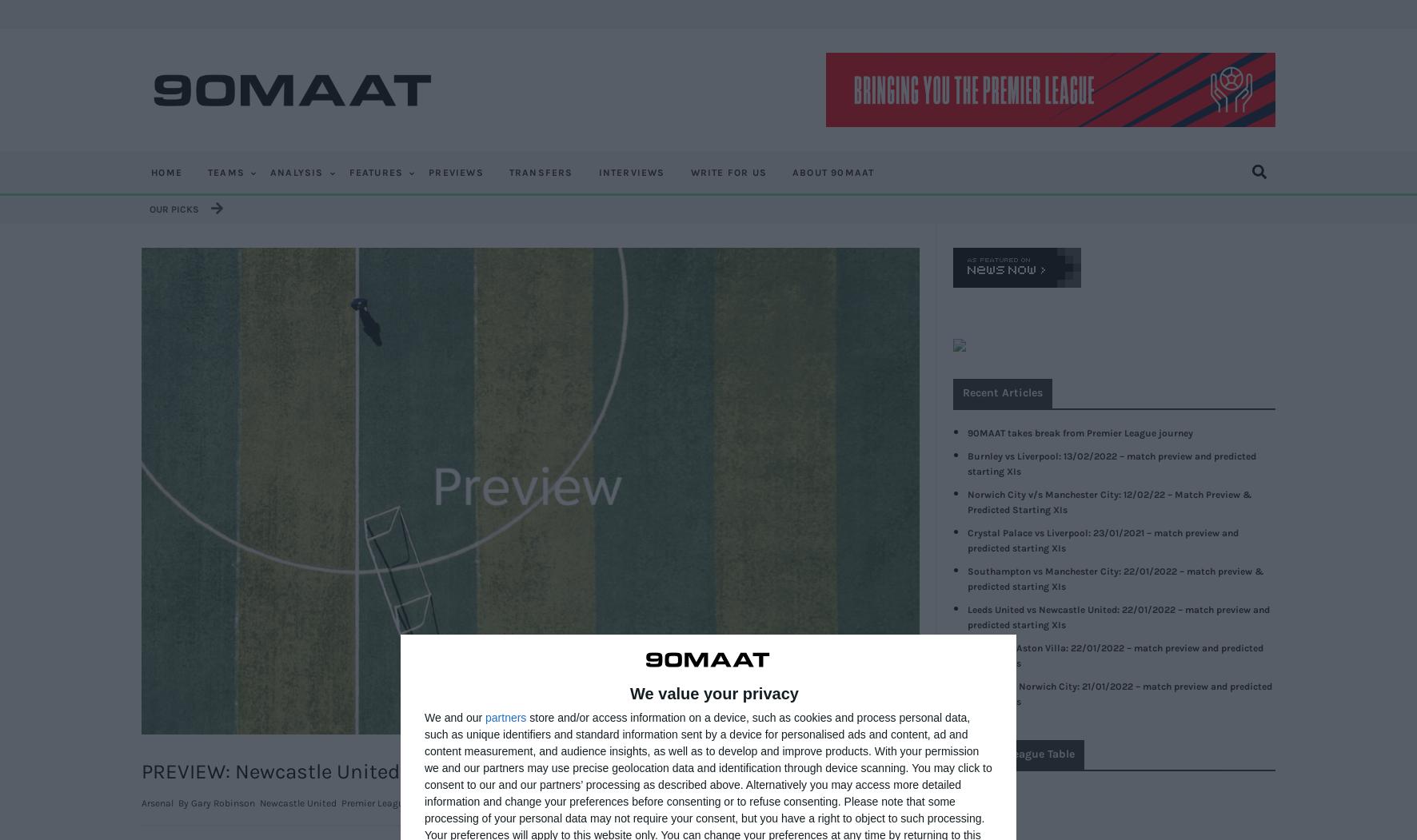 This screenshot has width=1417, height=840. I want to click on 'Premier League Table', so click(1018, 752).